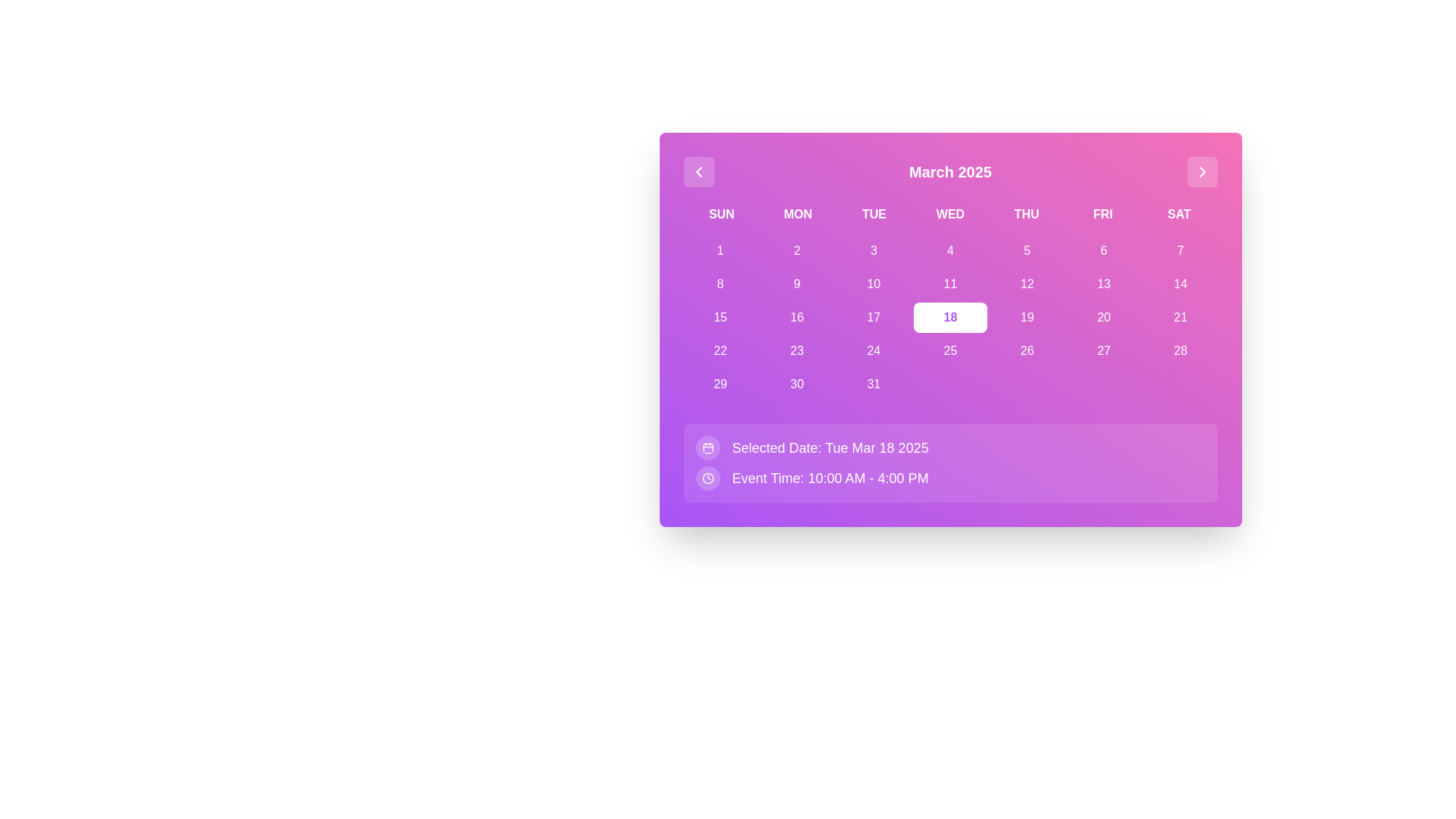 This screenshot has width=1456, height=819. Describe the element at coordinates (720, 350) in the screenshot. I see `the rounded rectangular button labeled '22' in the calendar grid` at that location.